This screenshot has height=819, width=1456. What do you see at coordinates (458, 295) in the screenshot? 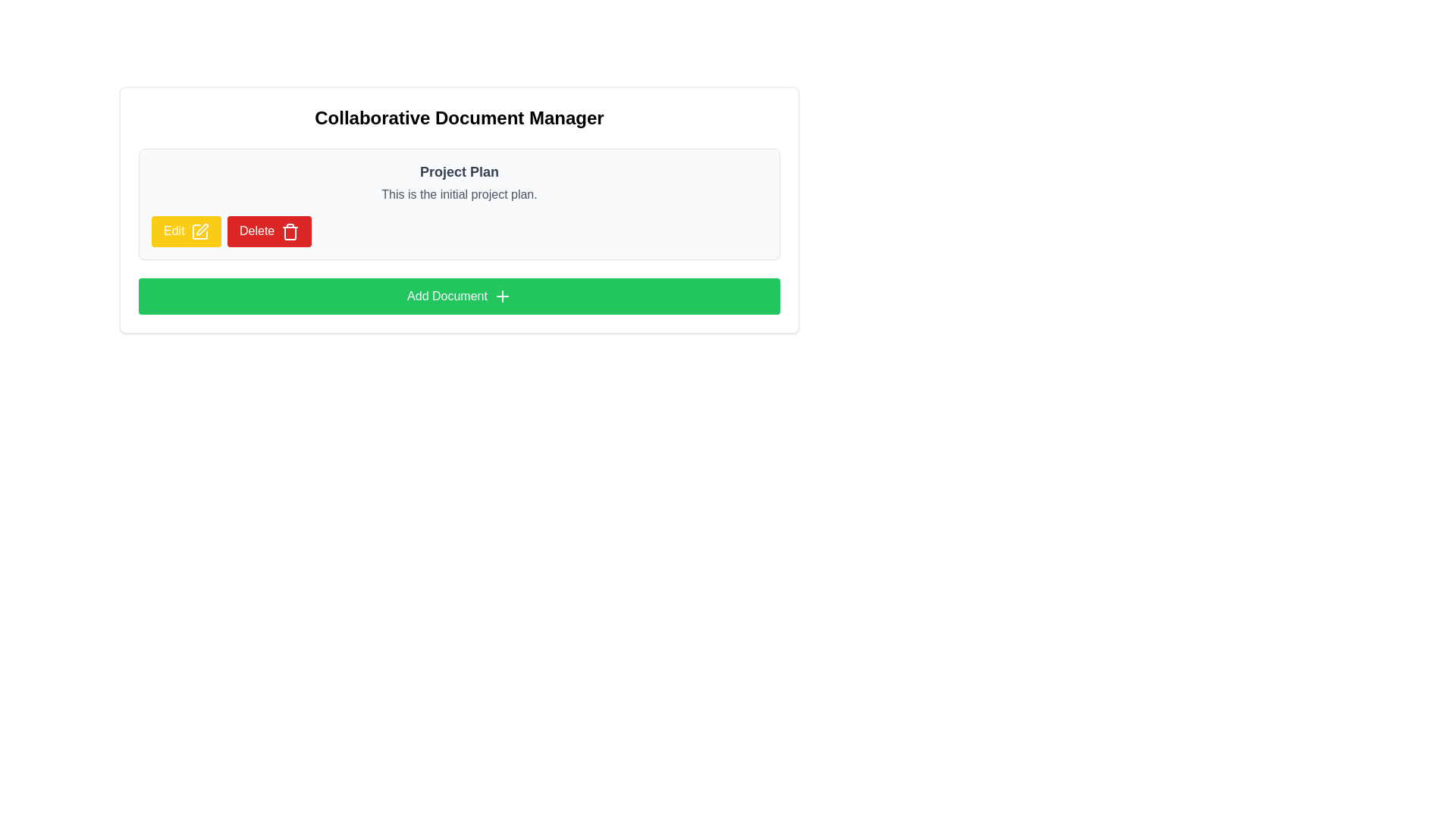
I see `the 'Add Document' button with a bold green background and white text, located at the bottom of the 'Collaborative Document Manager' card` at bounding box center [458, 295].